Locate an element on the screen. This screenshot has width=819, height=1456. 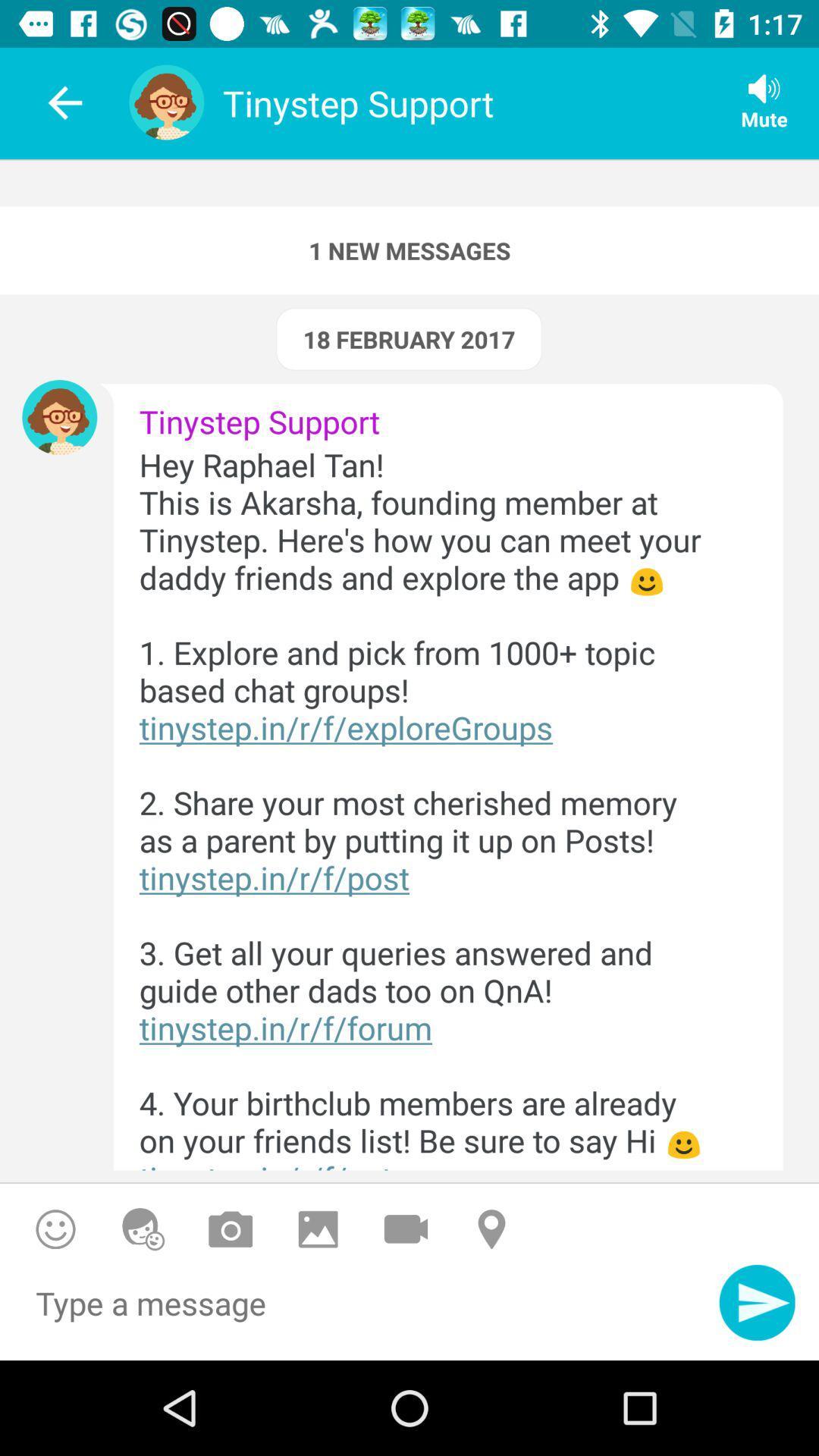
the photo icon is located at coordinates (231, 1229).